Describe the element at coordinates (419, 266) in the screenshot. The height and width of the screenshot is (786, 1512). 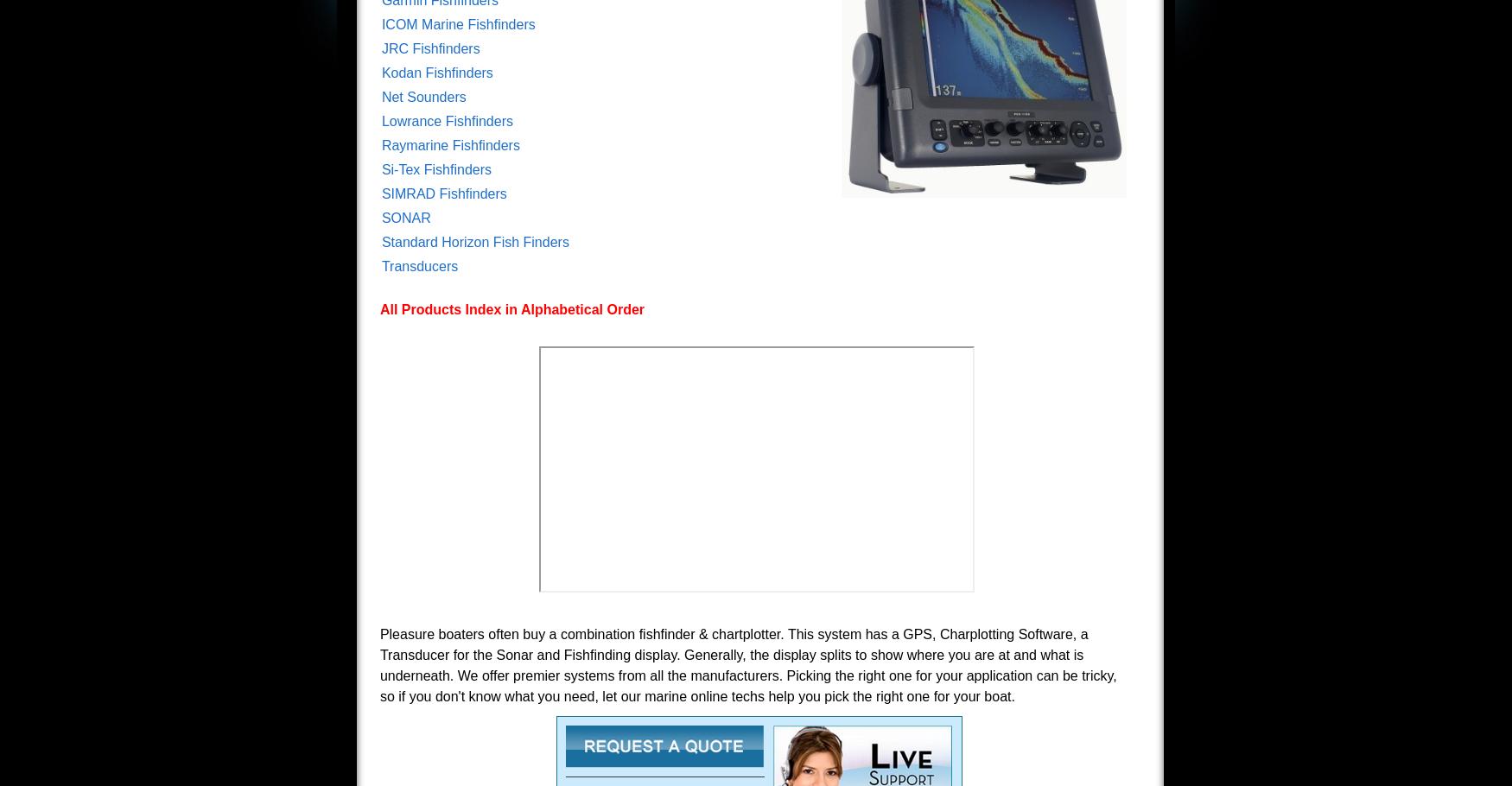
I see `'Transducers'` at that location.